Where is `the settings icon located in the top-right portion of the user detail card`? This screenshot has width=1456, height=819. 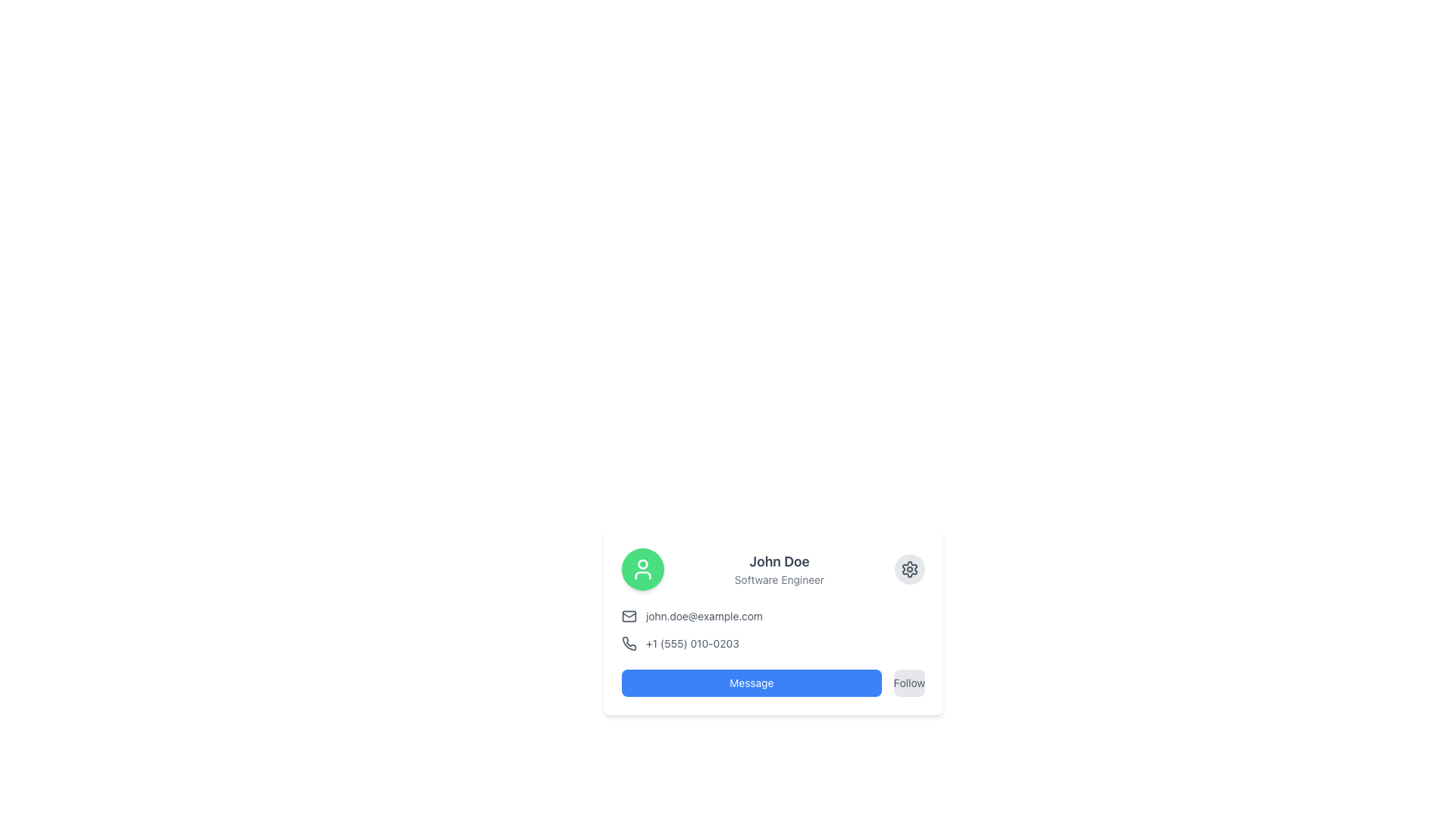 the settings icon located in the top-right portion of the user detail card is located at coordinates (910, 570).